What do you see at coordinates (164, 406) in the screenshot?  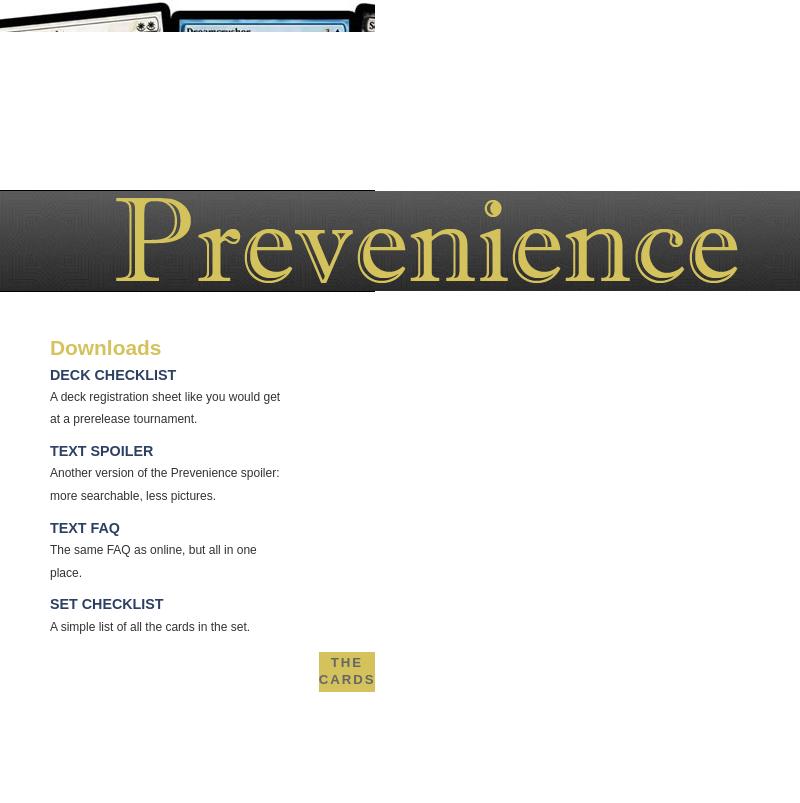 I see `'A deck registration sheet like you would get at a prerelease tournament.'` at bounding box center [164, 406].